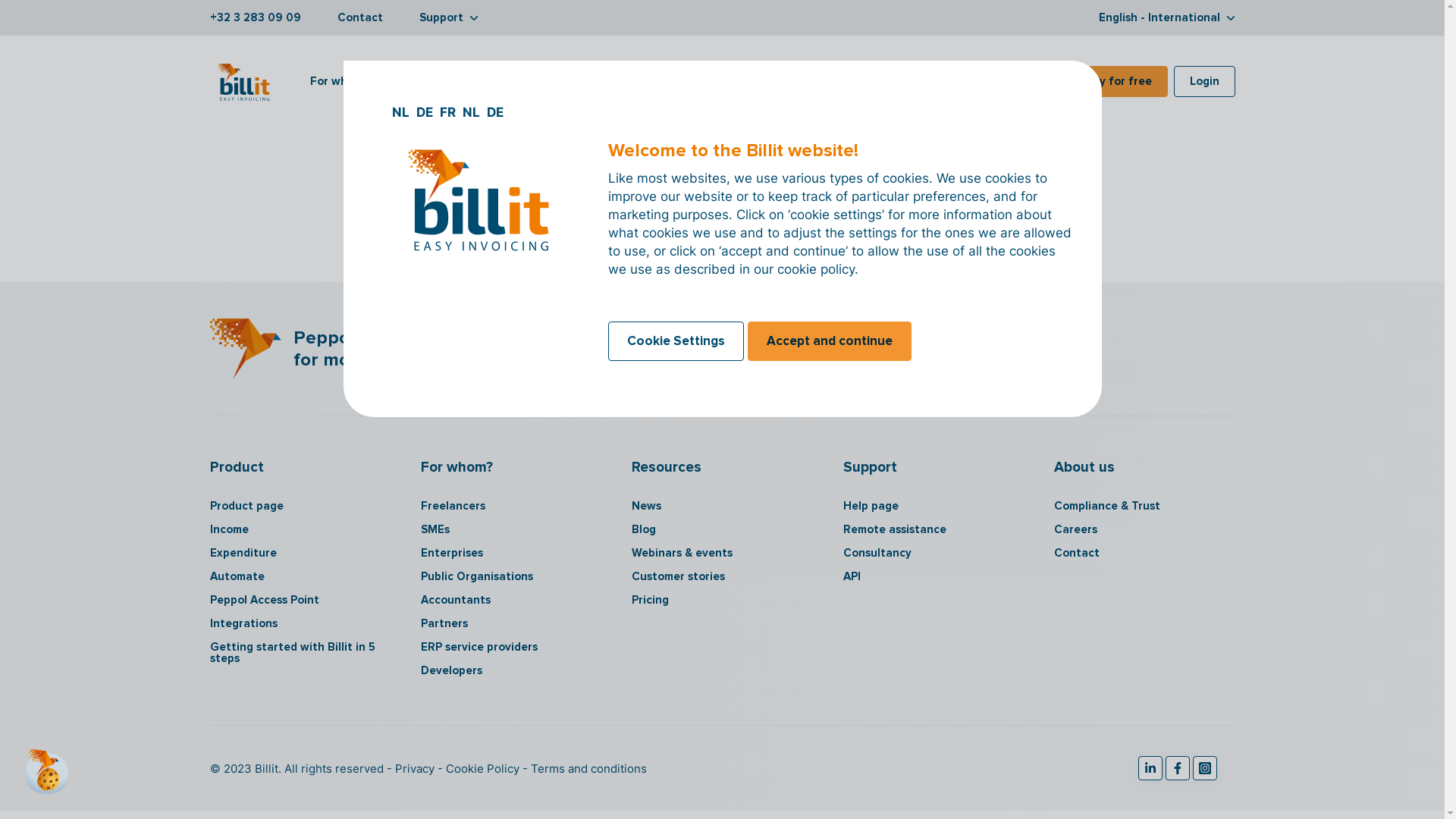 The image size is (1456, 819). I want to click on 'Compliance & Trust', so click(1144, 506).